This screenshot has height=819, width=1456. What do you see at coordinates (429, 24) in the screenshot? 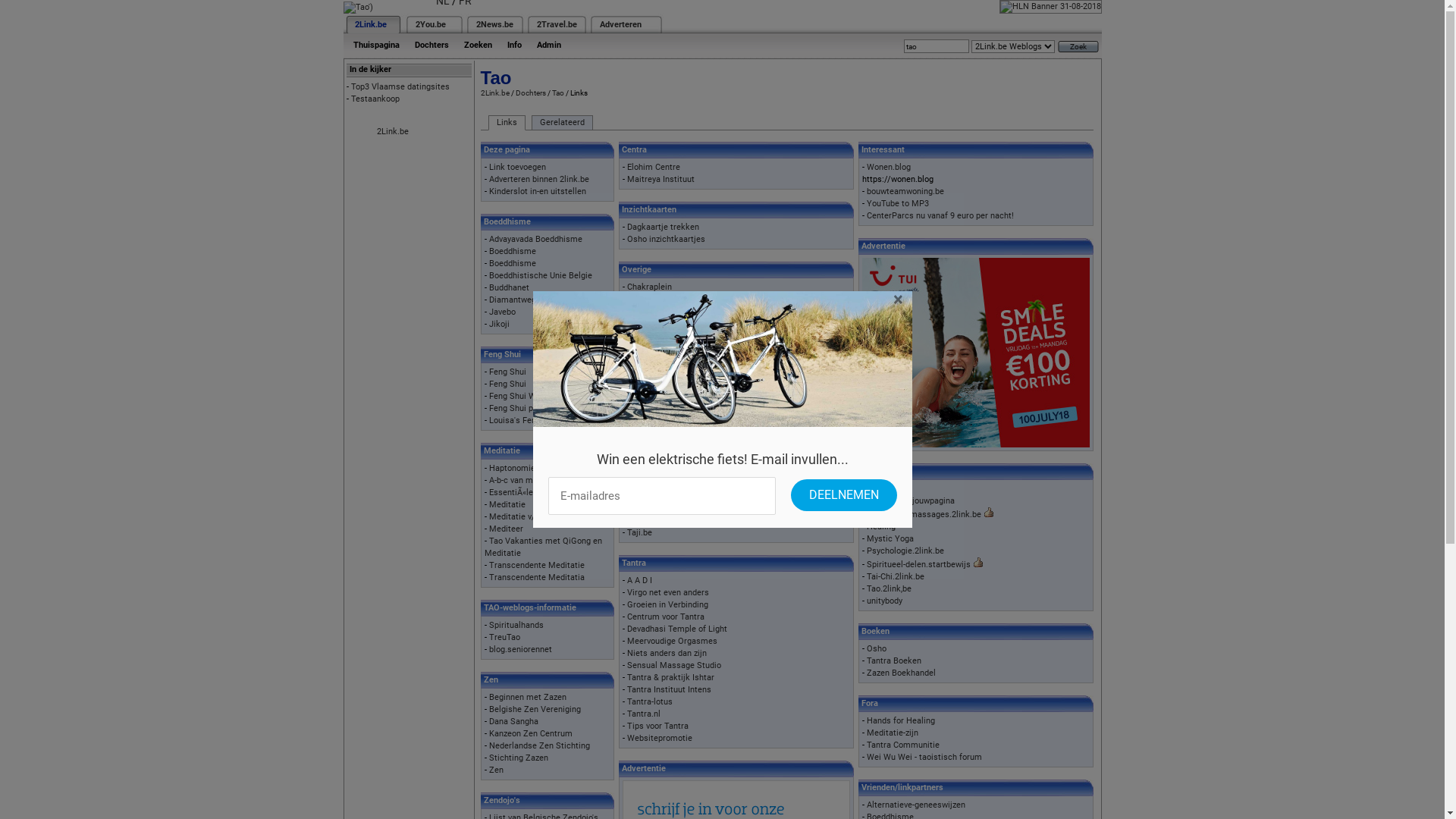
I see `'2You.be'` at bounding box center [429, 24].